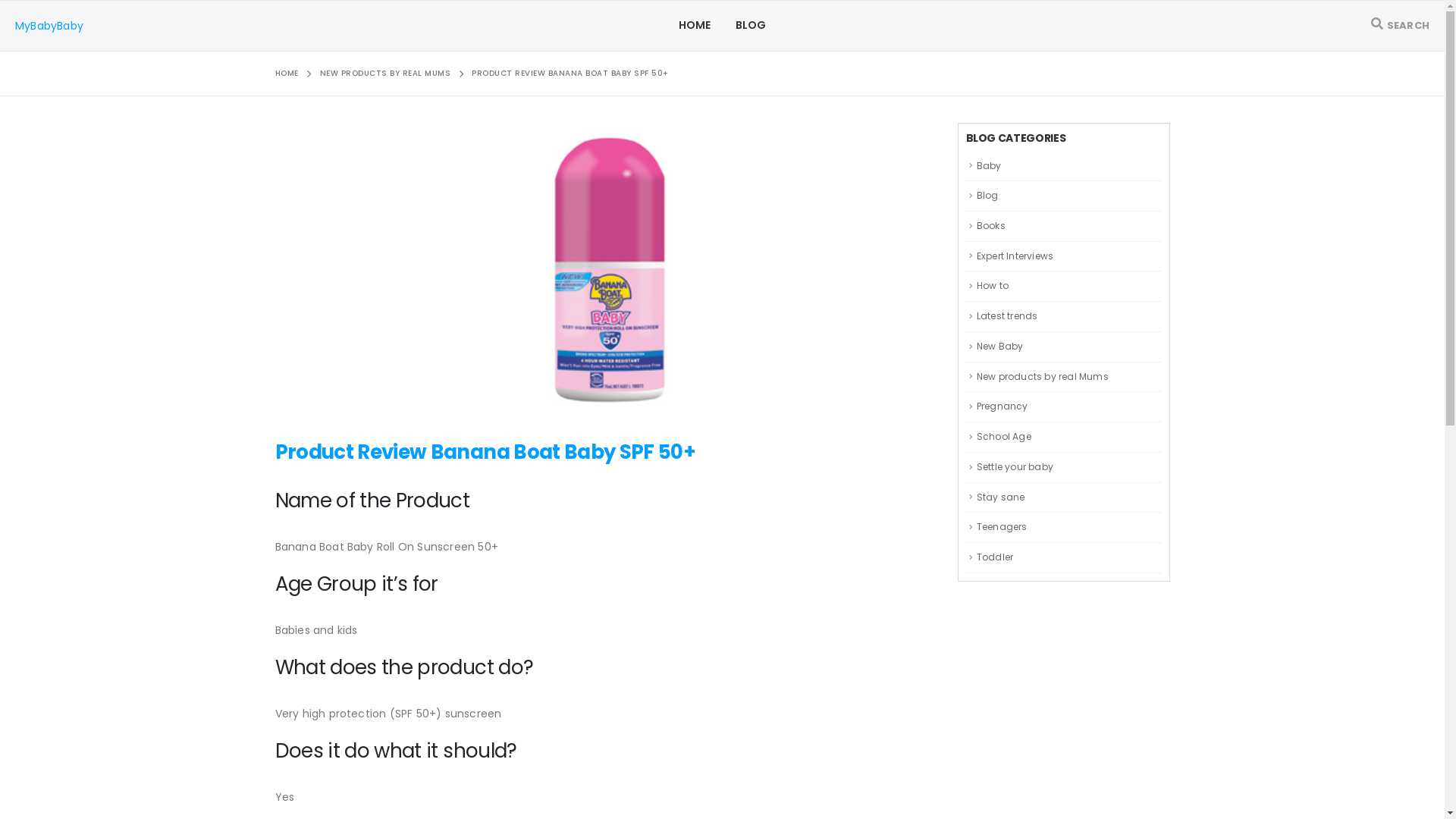 Image resolution: width=1456 pixels, height=819 pixels. I want to click on 'School Age', so click(1004, 436).